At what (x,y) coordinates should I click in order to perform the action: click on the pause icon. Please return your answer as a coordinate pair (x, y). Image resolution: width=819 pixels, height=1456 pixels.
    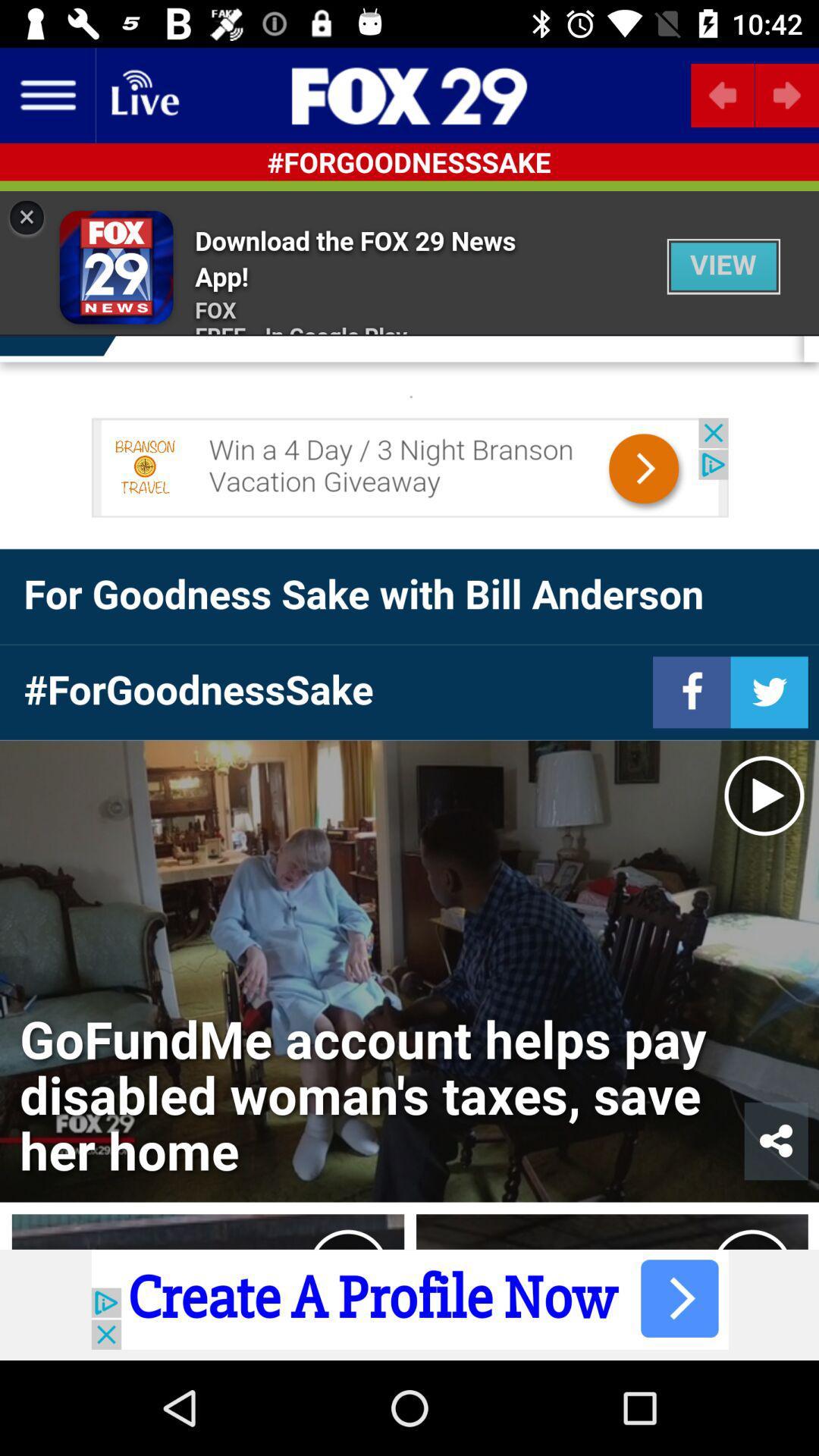
    Looking at the image, I should click on (356, 94).